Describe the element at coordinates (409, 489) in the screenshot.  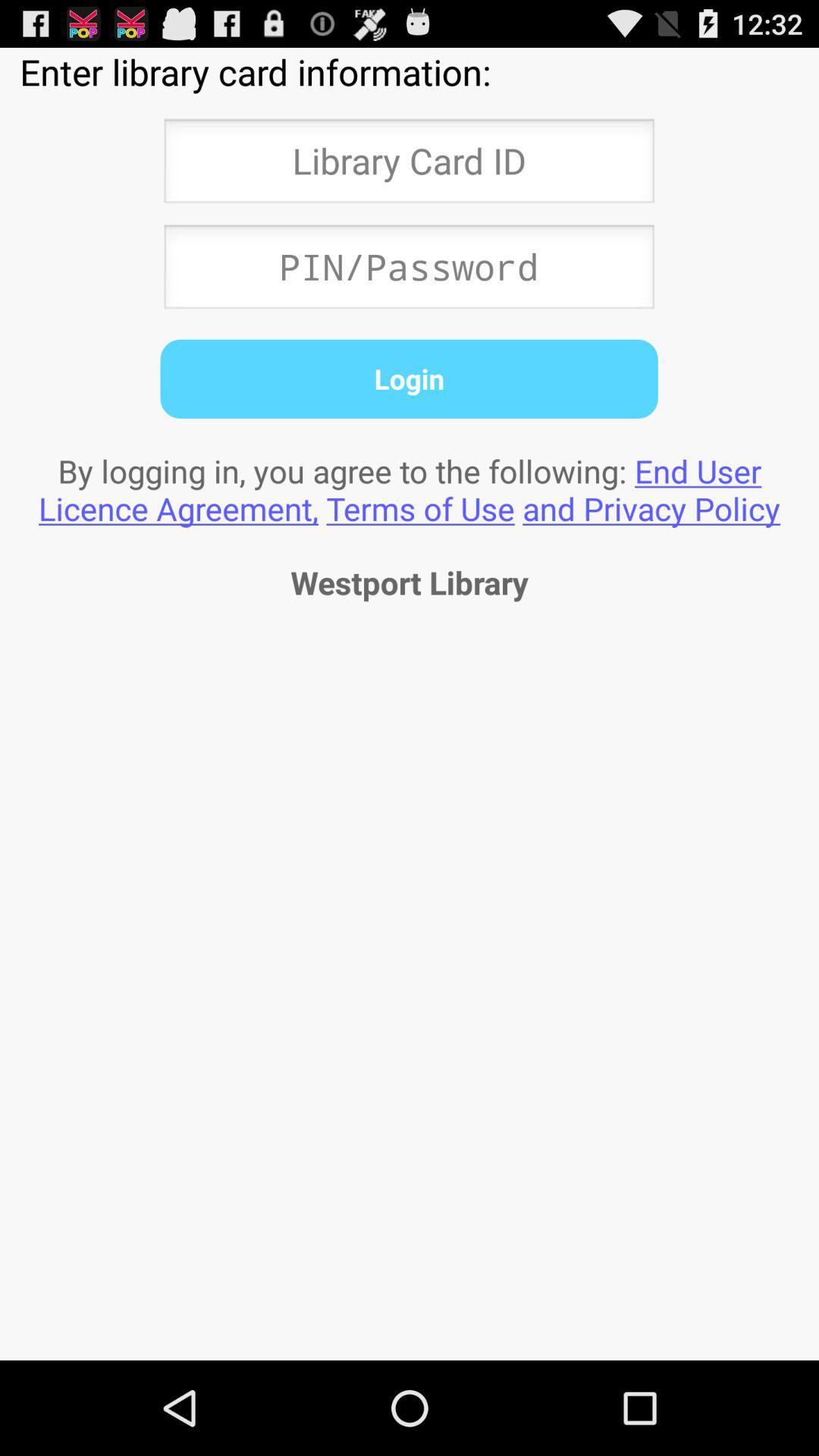
I see `the by logging in` at that location.